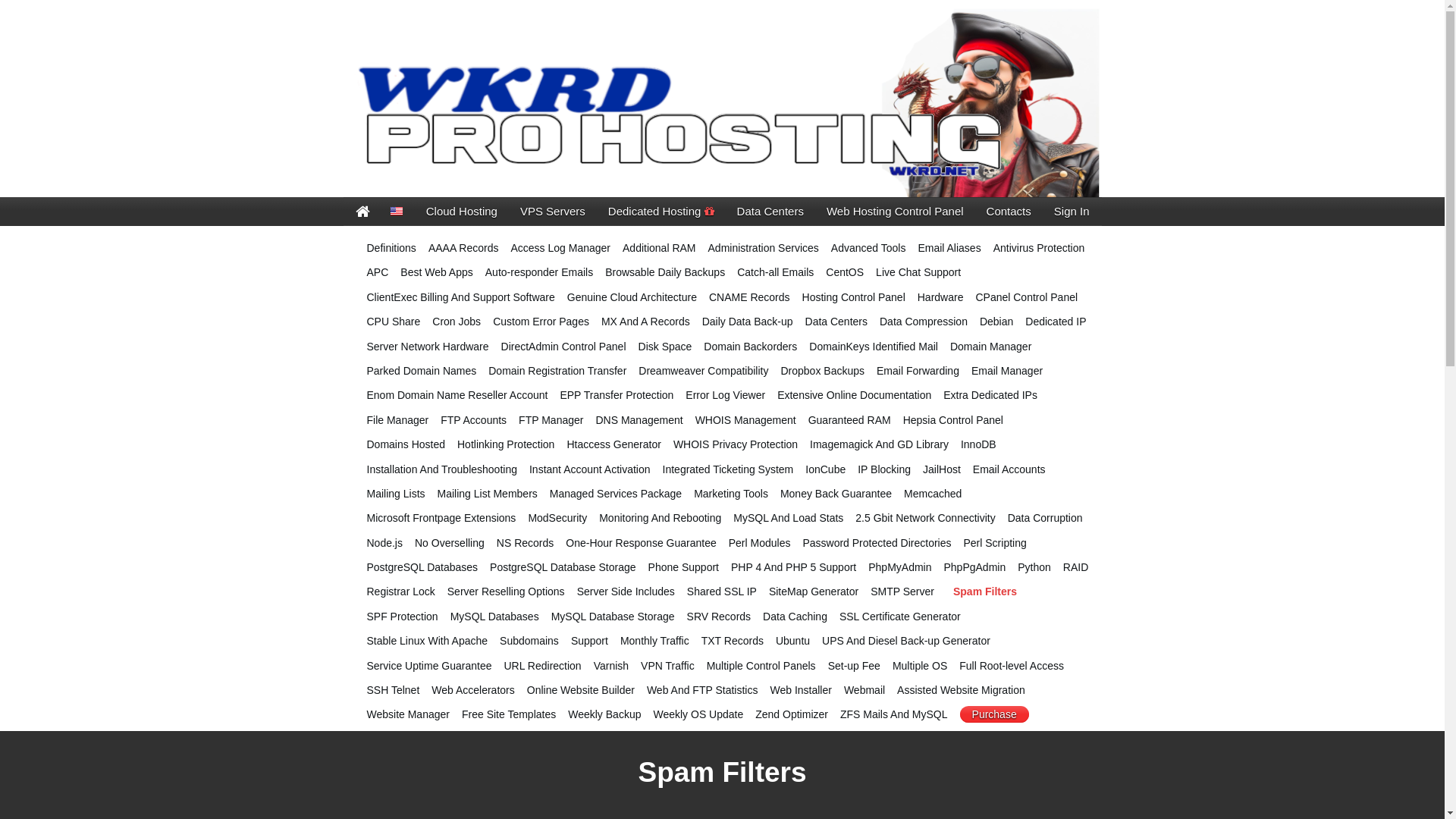 This screenshot has width=1456, height=819. Describe the element at coordinates (538, 271) in the screenshot. I see `'Auto-responder Emails'` at that location.